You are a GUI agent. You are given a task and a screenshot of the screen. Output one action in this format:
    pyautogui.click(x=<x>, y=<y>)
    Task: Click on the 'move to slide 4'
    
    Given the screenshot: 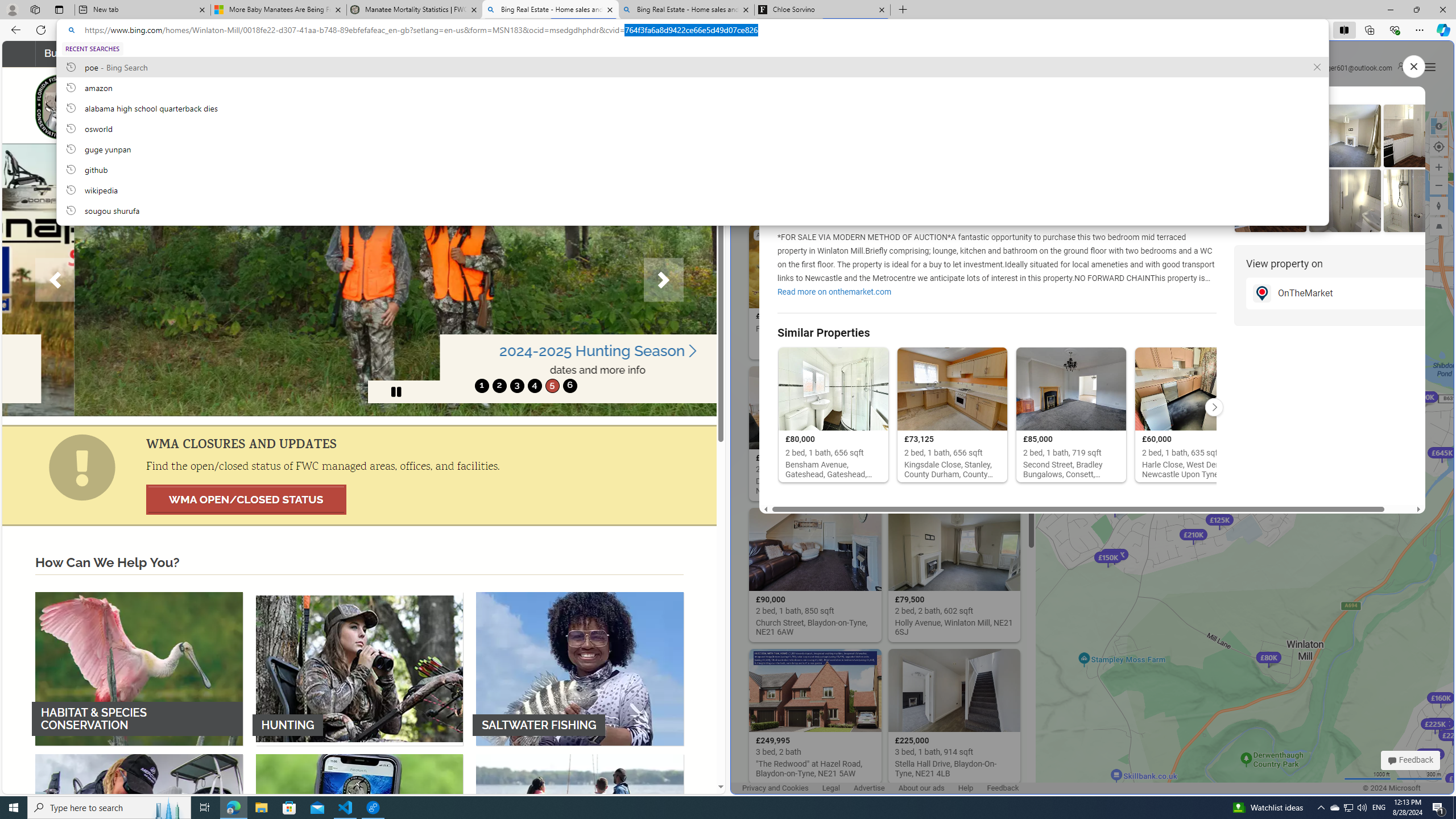 What is the action you would take?
    pyautogui.click(x=533, y=385)
    